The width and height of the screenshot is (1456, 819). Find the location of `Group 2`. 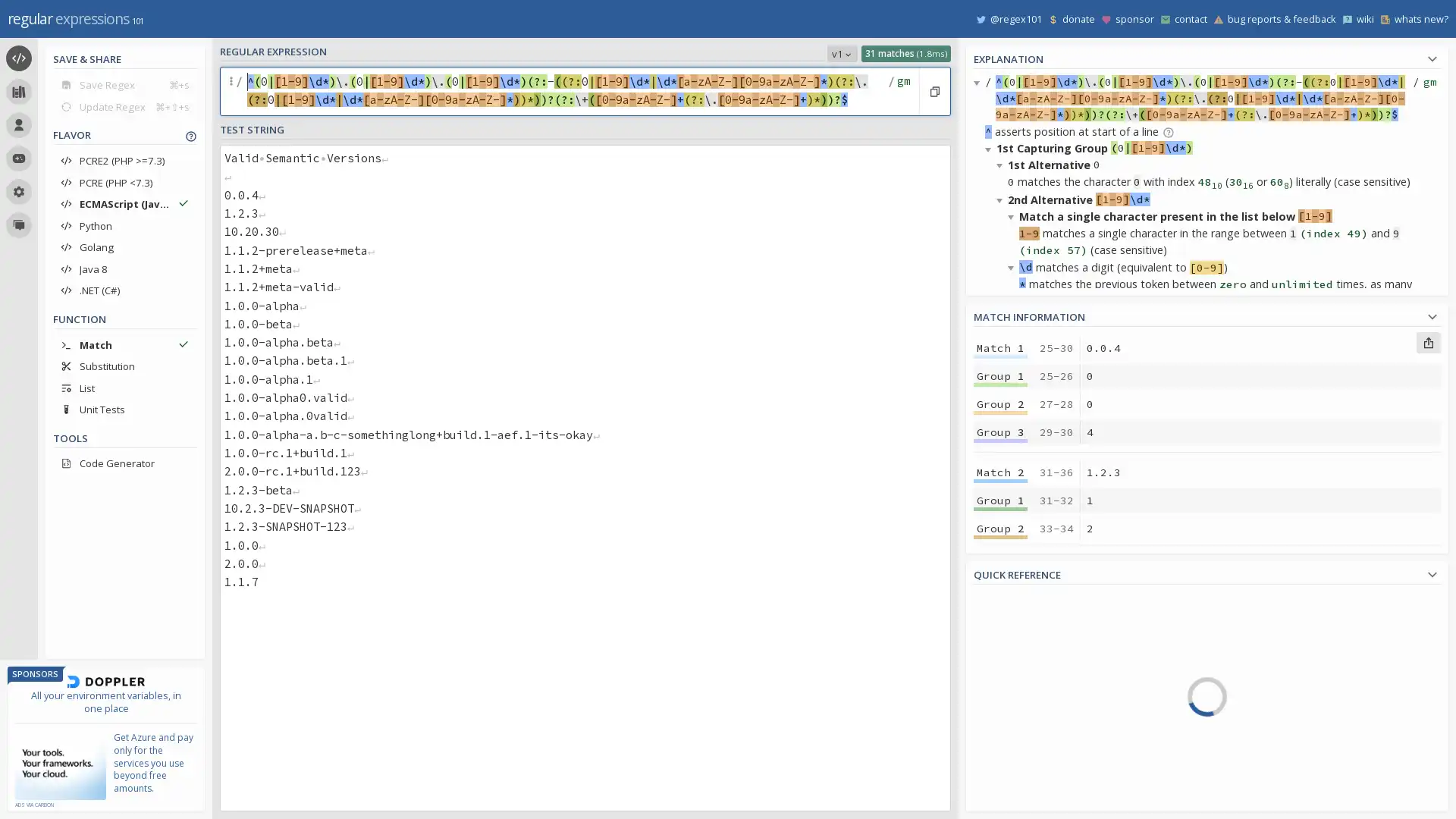

Group 2 is located at coordinates (1000, 403).